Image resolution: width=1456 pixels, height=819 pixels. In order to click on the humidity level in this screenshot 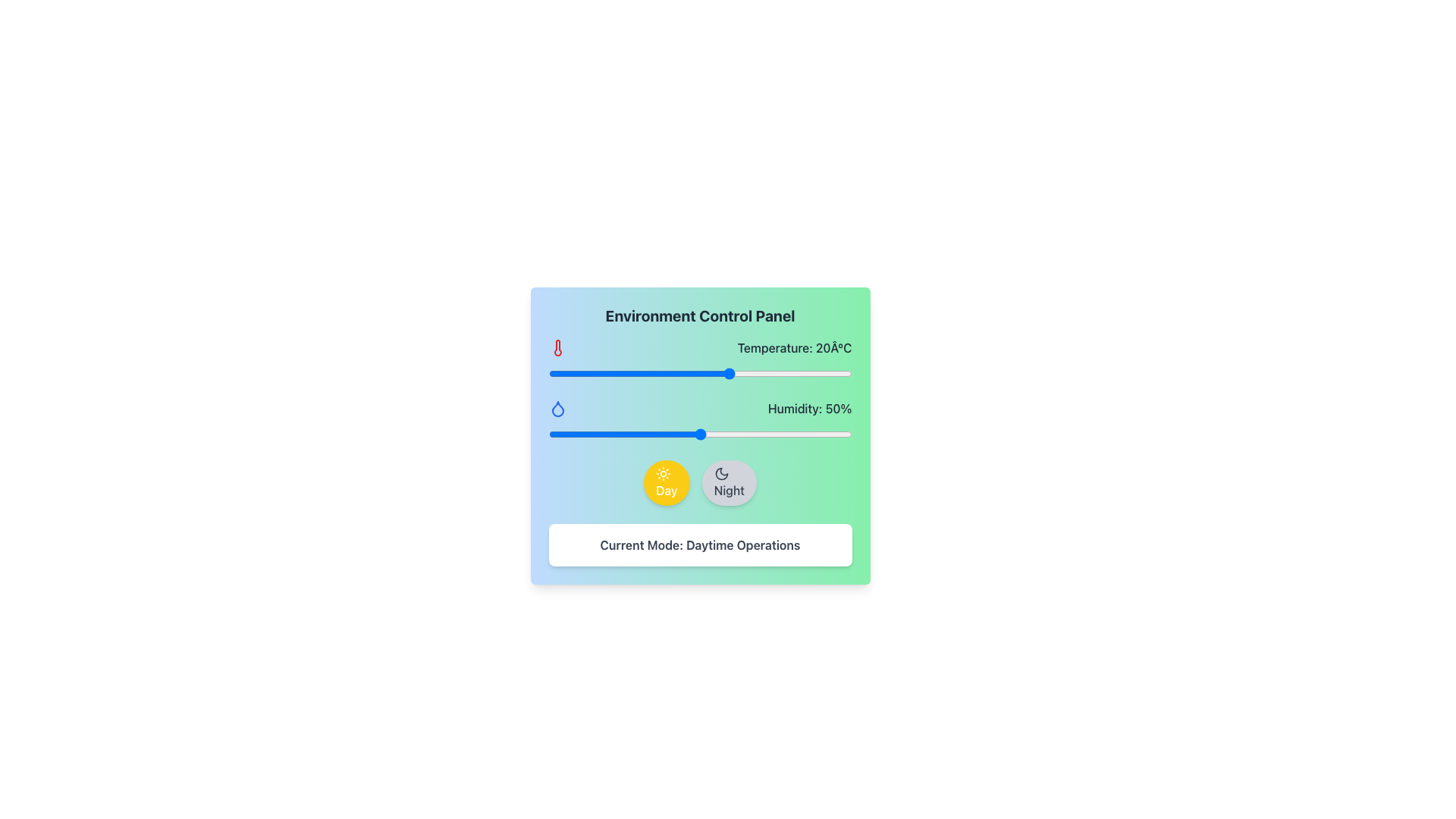, I will do `click(839, 435)`.